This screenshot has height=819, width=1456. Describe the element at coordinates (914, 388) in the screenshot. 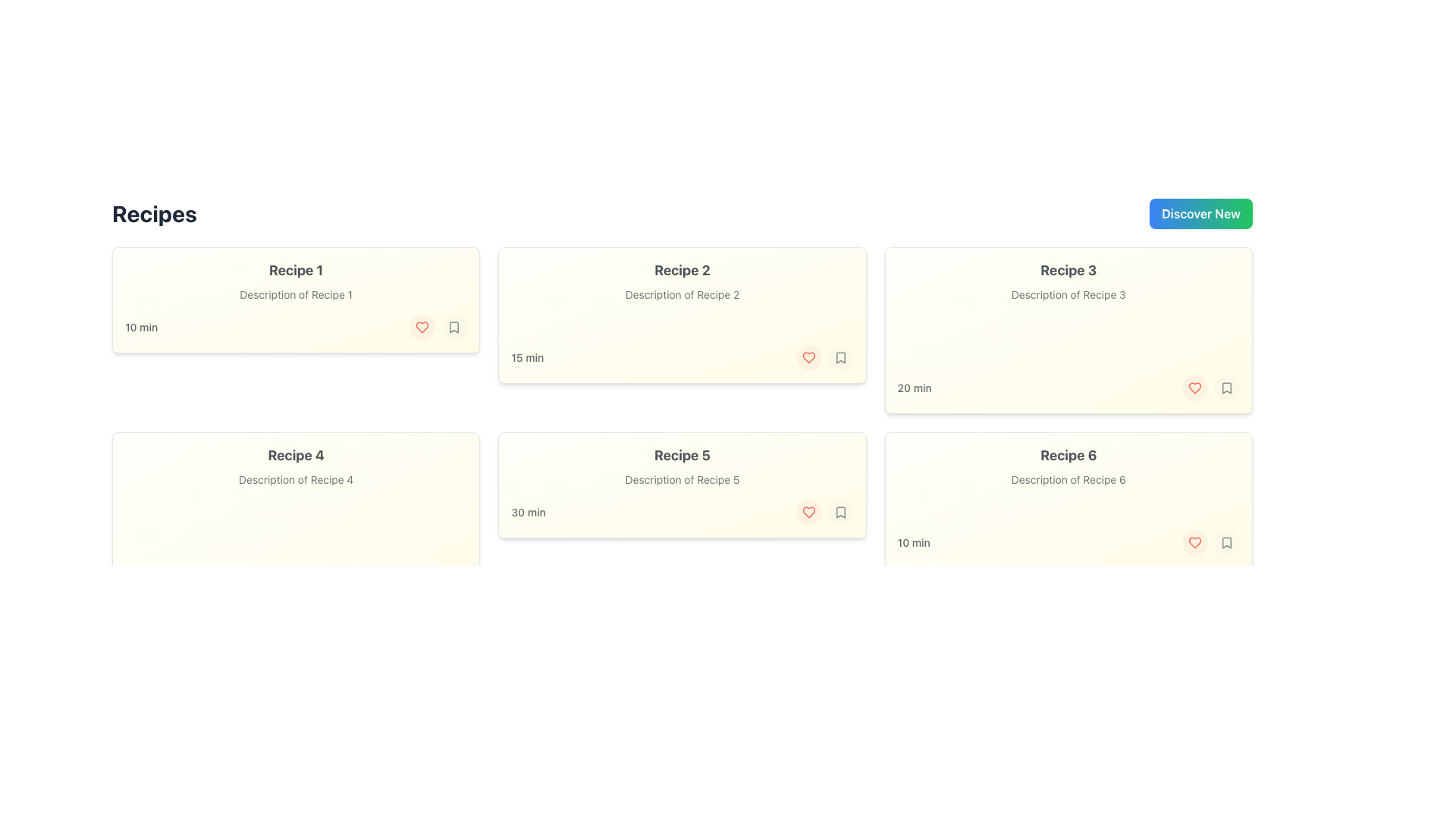

I see `the static text displaying '20 min' in gray font, located within the 'Recipe 3' card in the top-right section of the interface` at that location.